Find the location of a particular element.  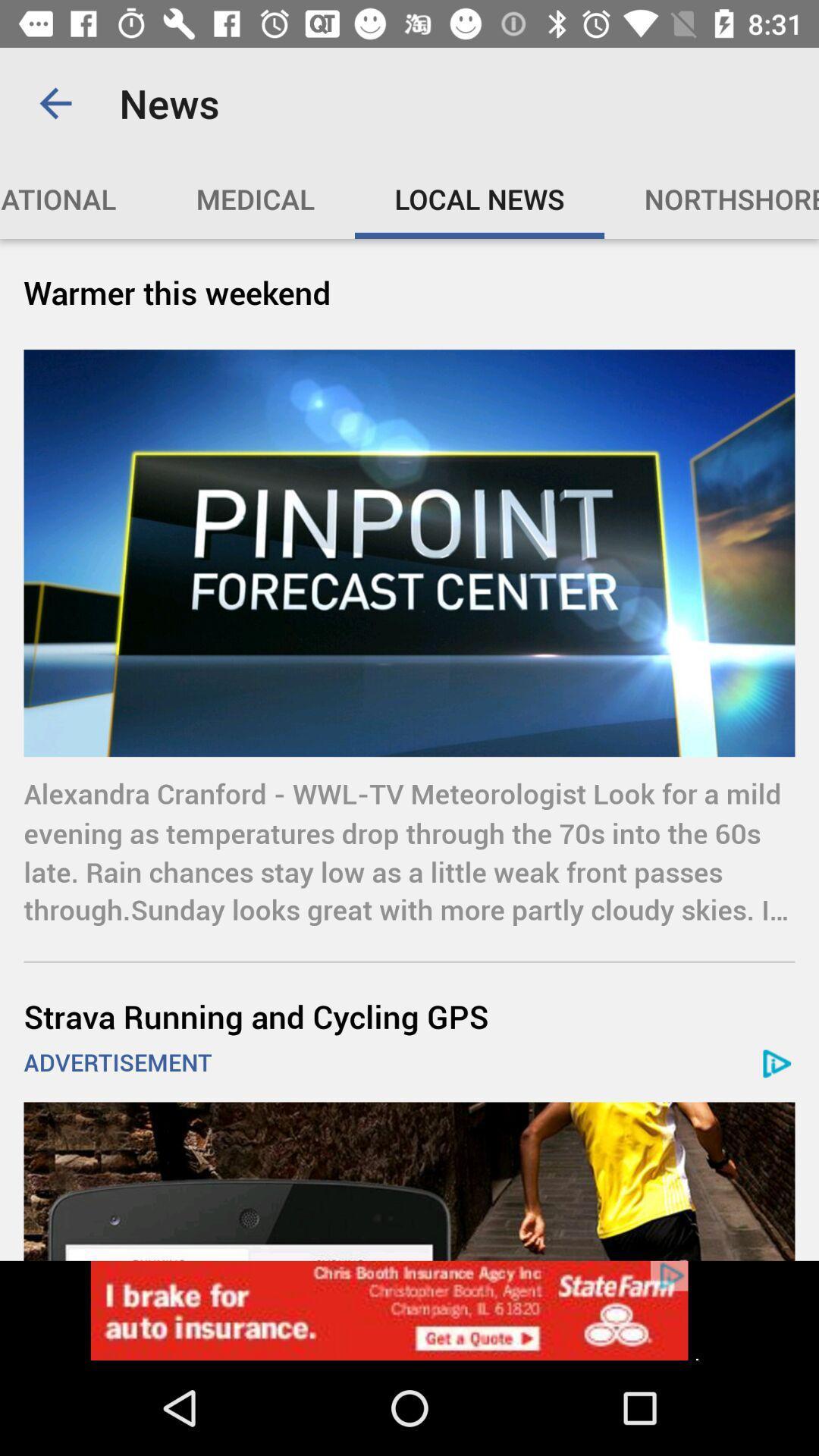

icon above the advertisement icon is located at coordinates (409, 1016).